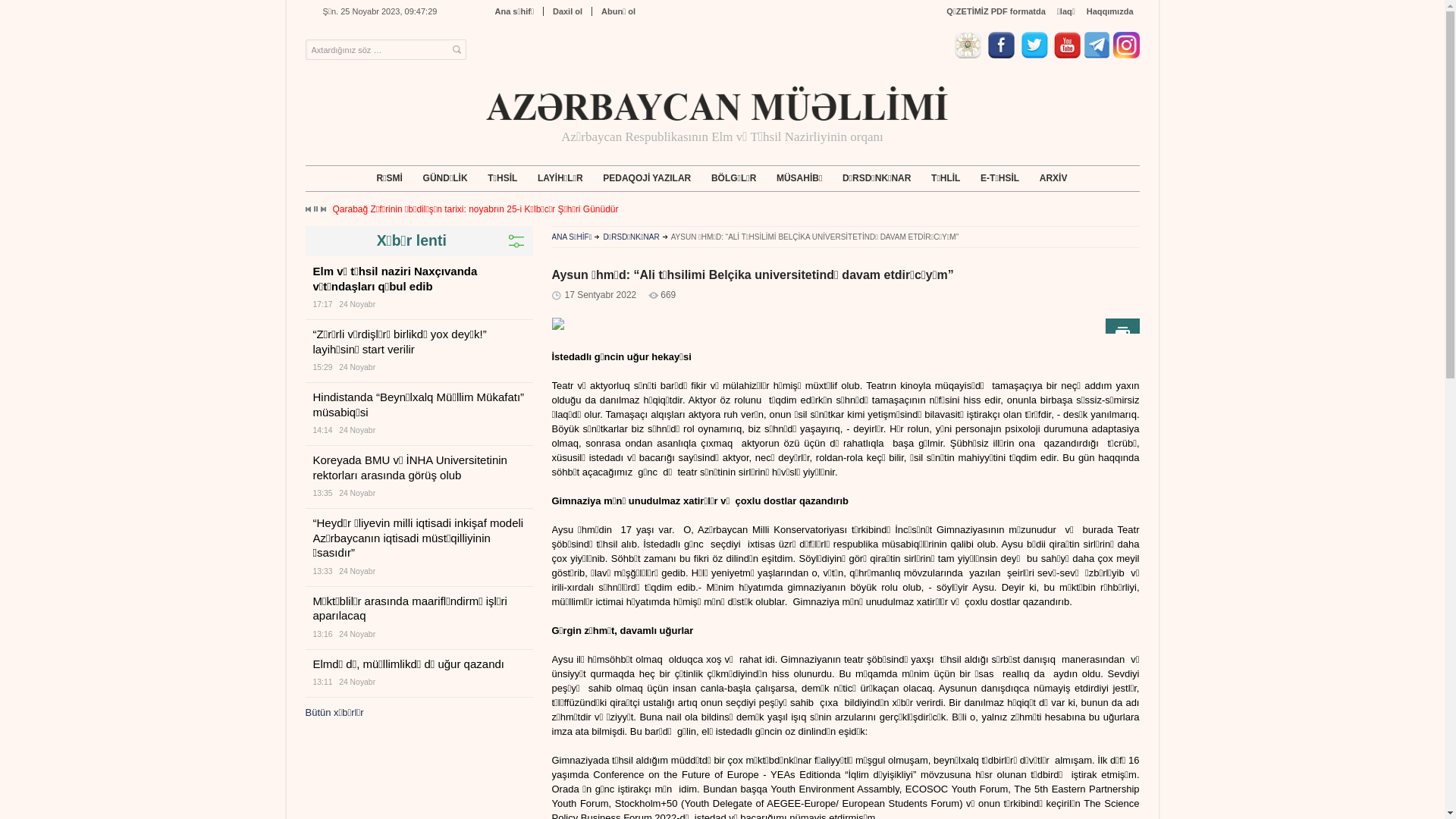 The image size is (1456, 819). I want to click on 'Tehsil Nazirliyi', so click(968, 54).